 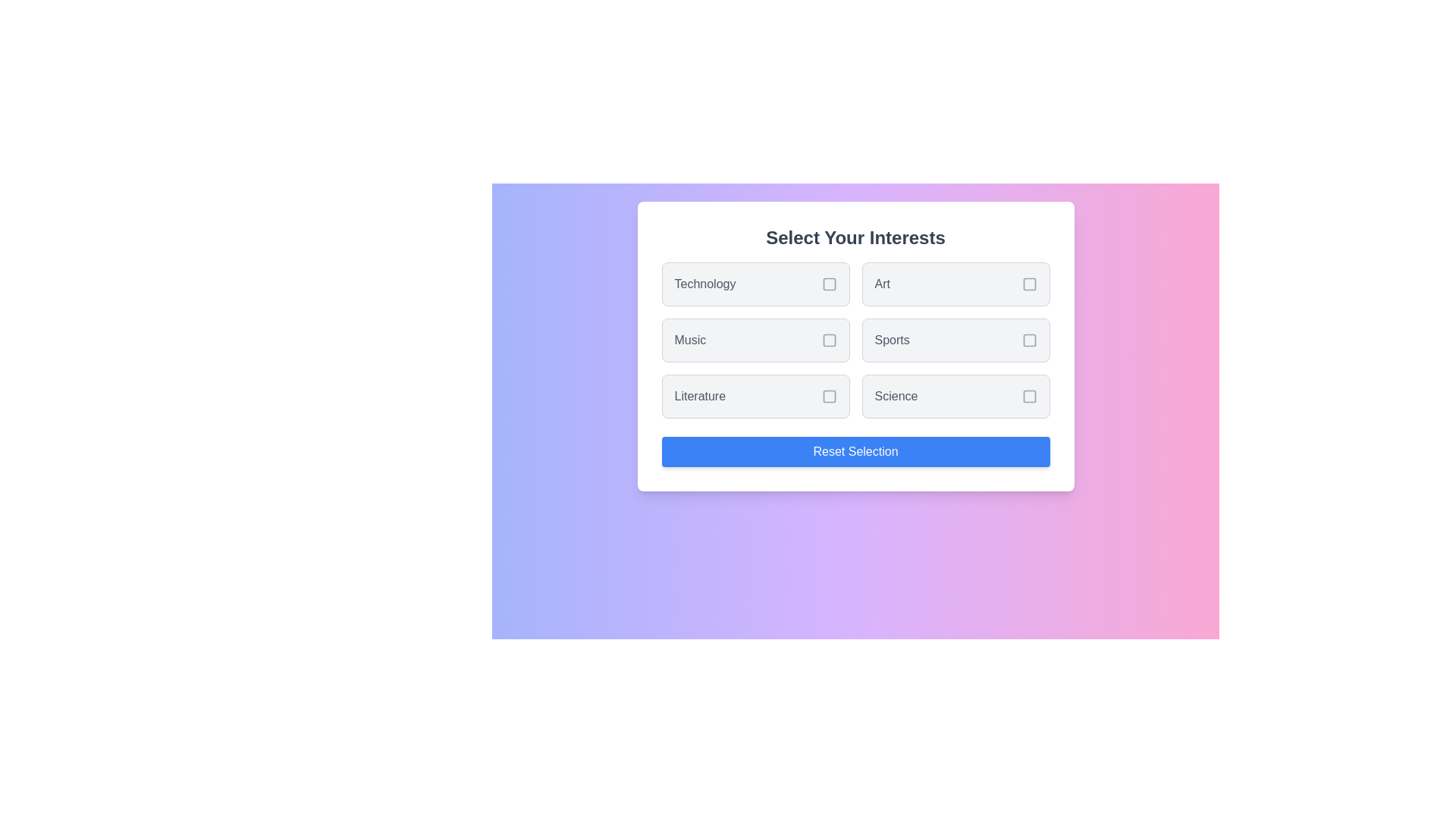 I want to click on the interest item labeled Art, so click(x=955, y=284).